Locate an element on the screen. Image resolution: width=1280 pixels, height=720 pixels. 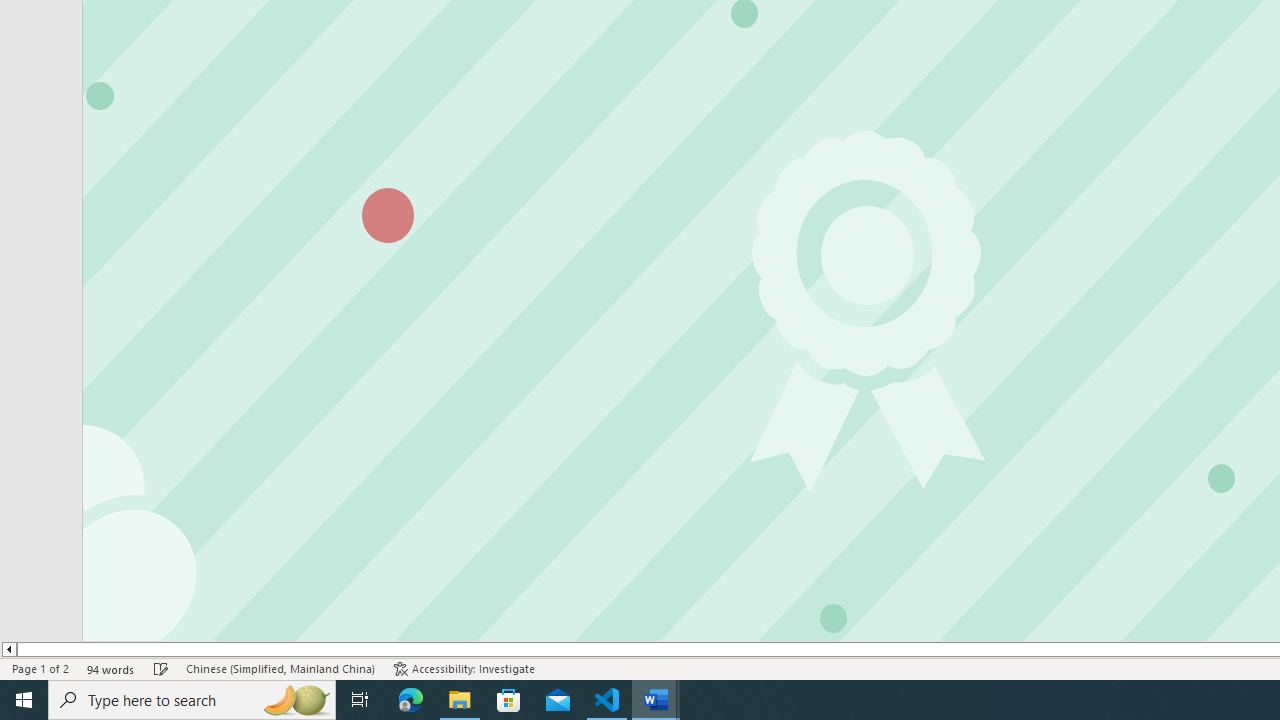
'Column left' is located at coordinates (8, 649).